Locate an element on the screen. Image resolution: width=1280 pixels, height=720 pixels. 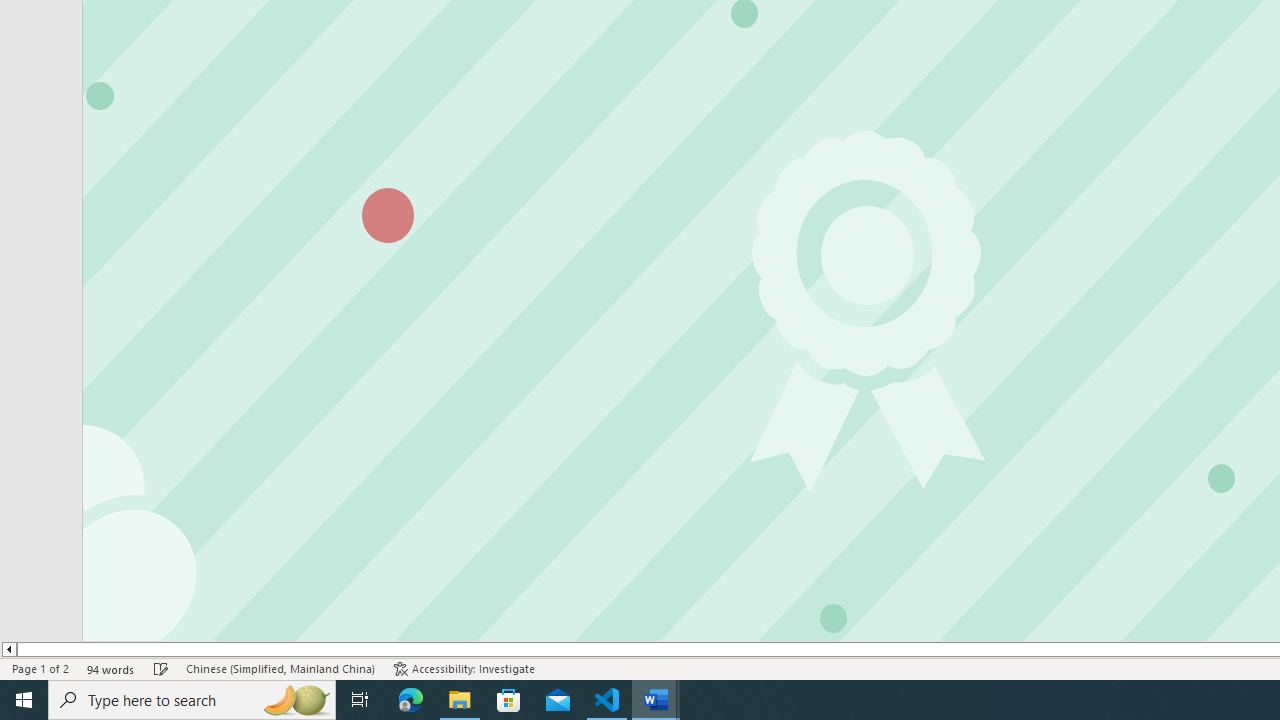
'Column left' is located at coordinates (8, 649).